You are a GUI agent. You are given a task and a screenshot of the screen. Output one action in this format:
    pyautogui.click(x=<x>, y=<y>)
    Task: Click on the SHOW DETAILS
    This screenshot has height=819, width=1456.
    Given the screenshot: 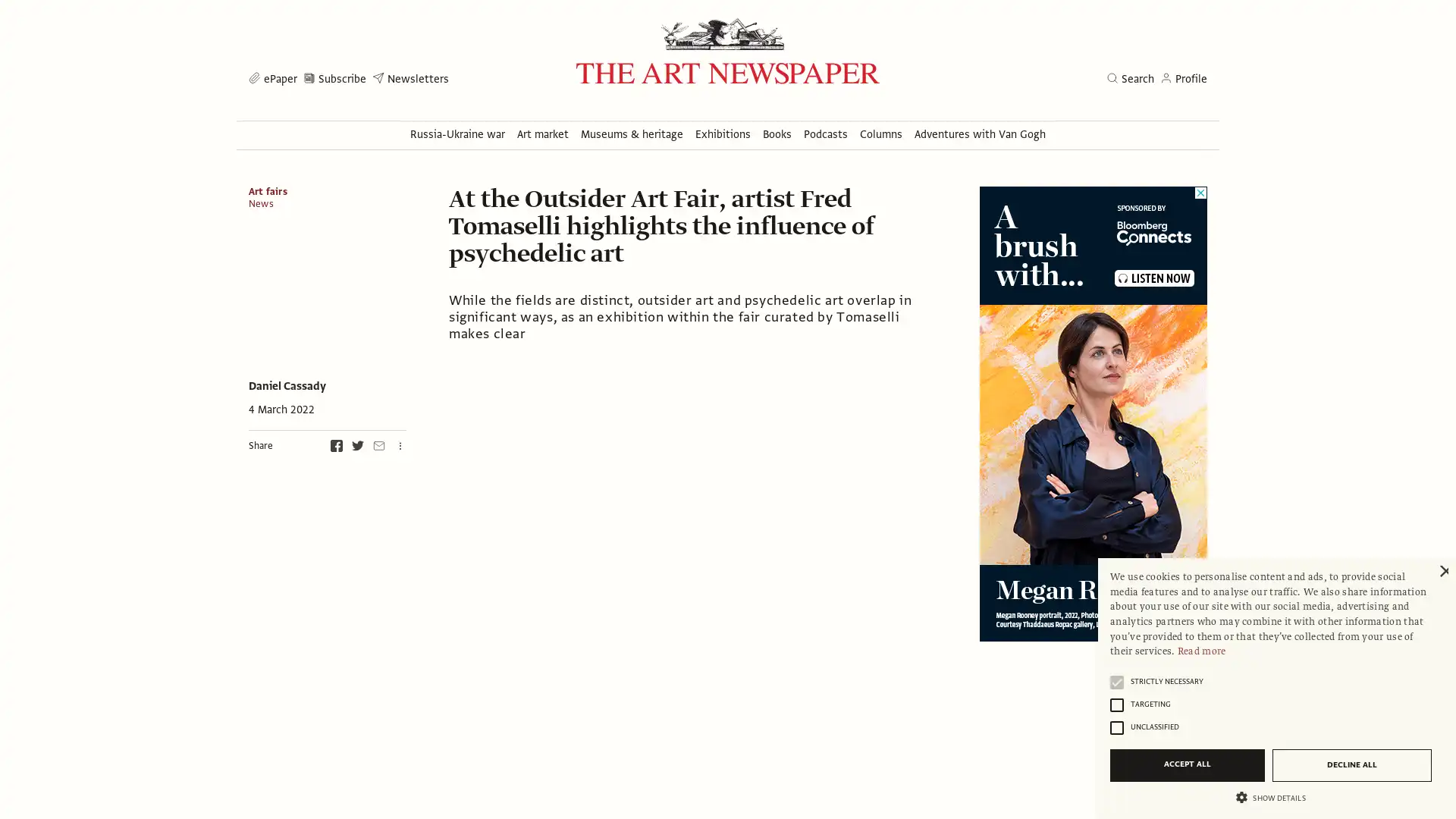 What is the action you would take?
    pyautogui.click(x=1270, y=795)
    